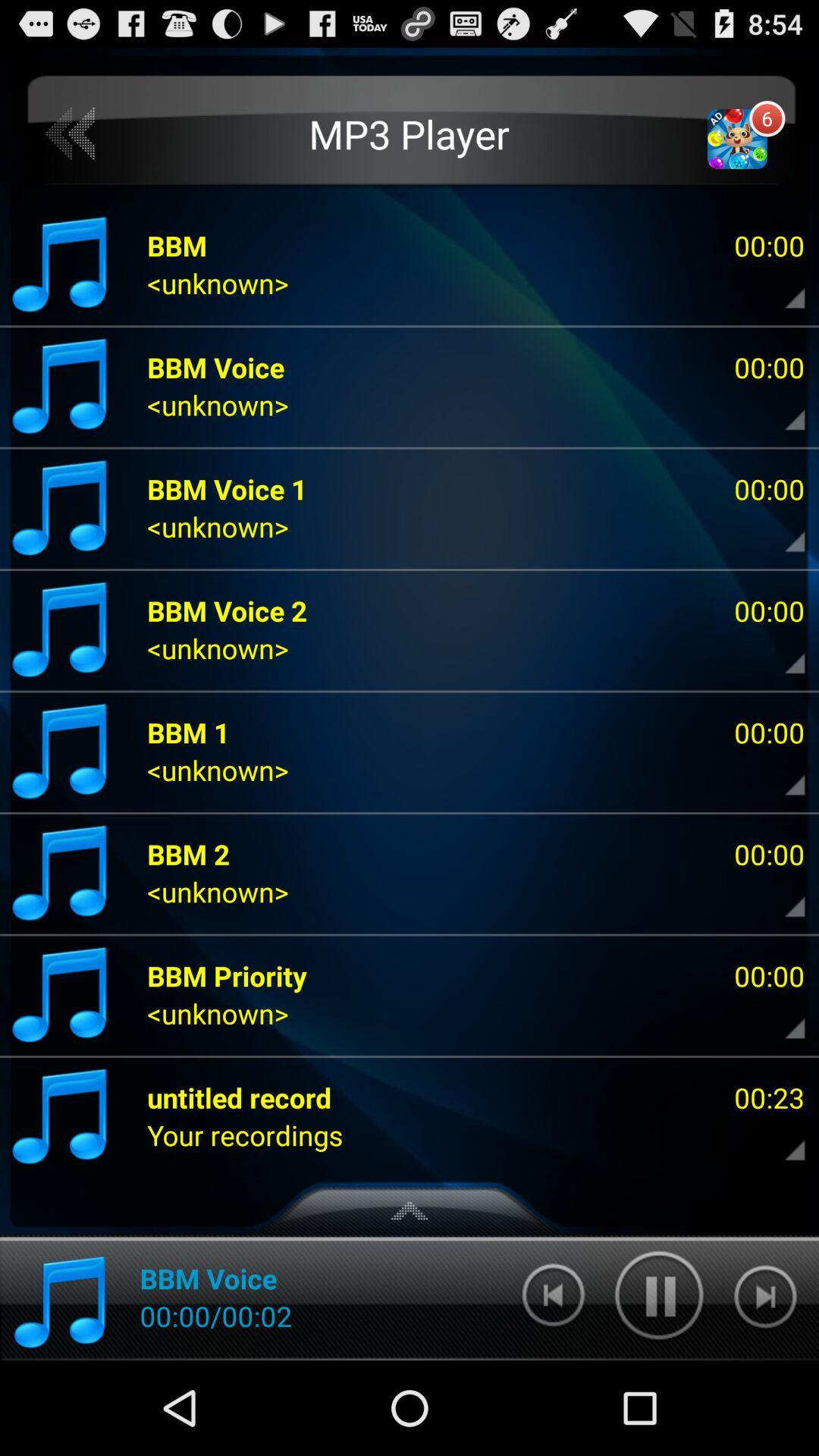 The image size is (819, 1456). I want to click on the icon above bbm voice 1 item, so click(408, 133).